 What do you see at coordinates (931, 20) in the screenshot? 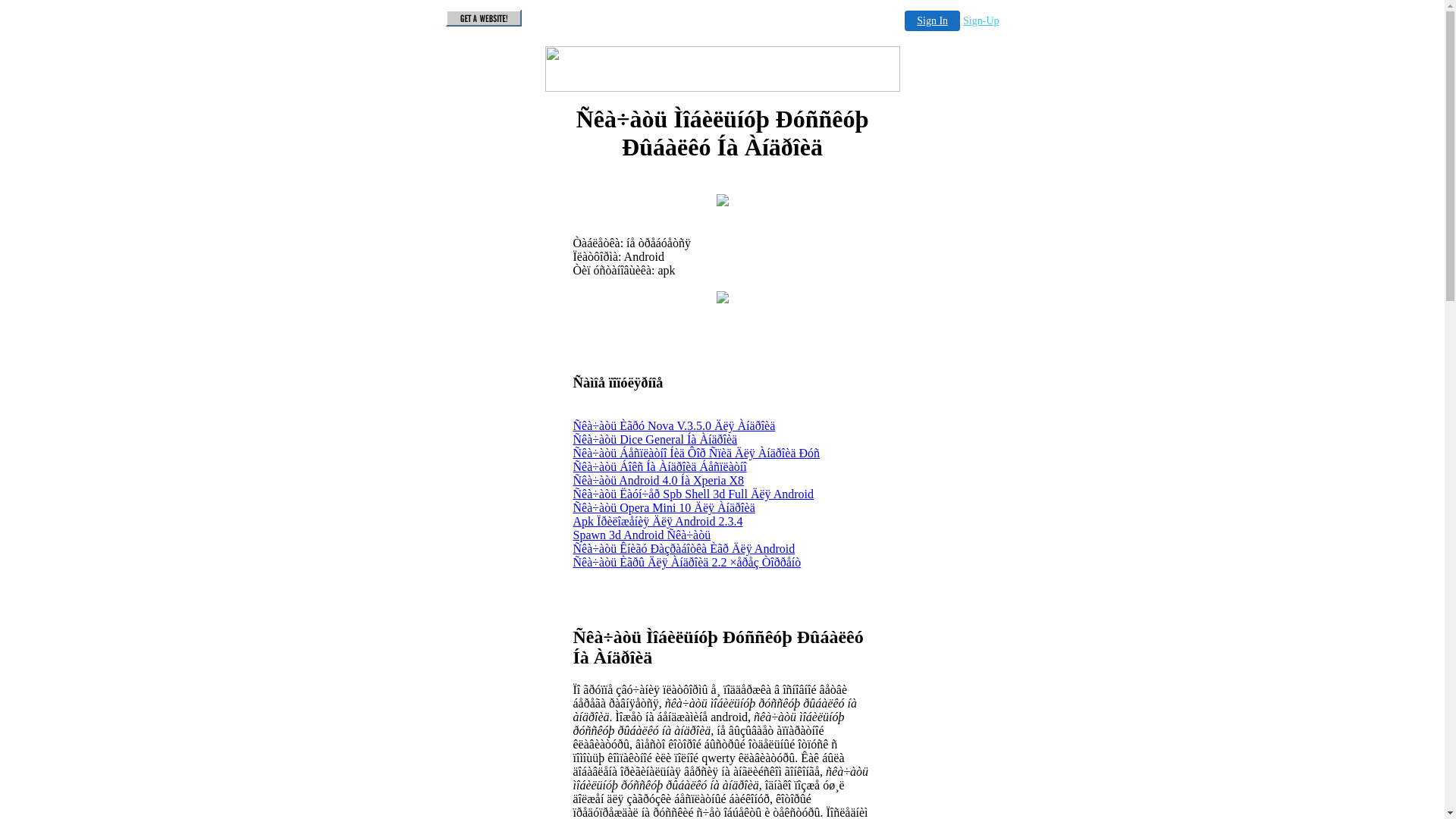
I see `'Sign In'` at bounding box center [931, 20].